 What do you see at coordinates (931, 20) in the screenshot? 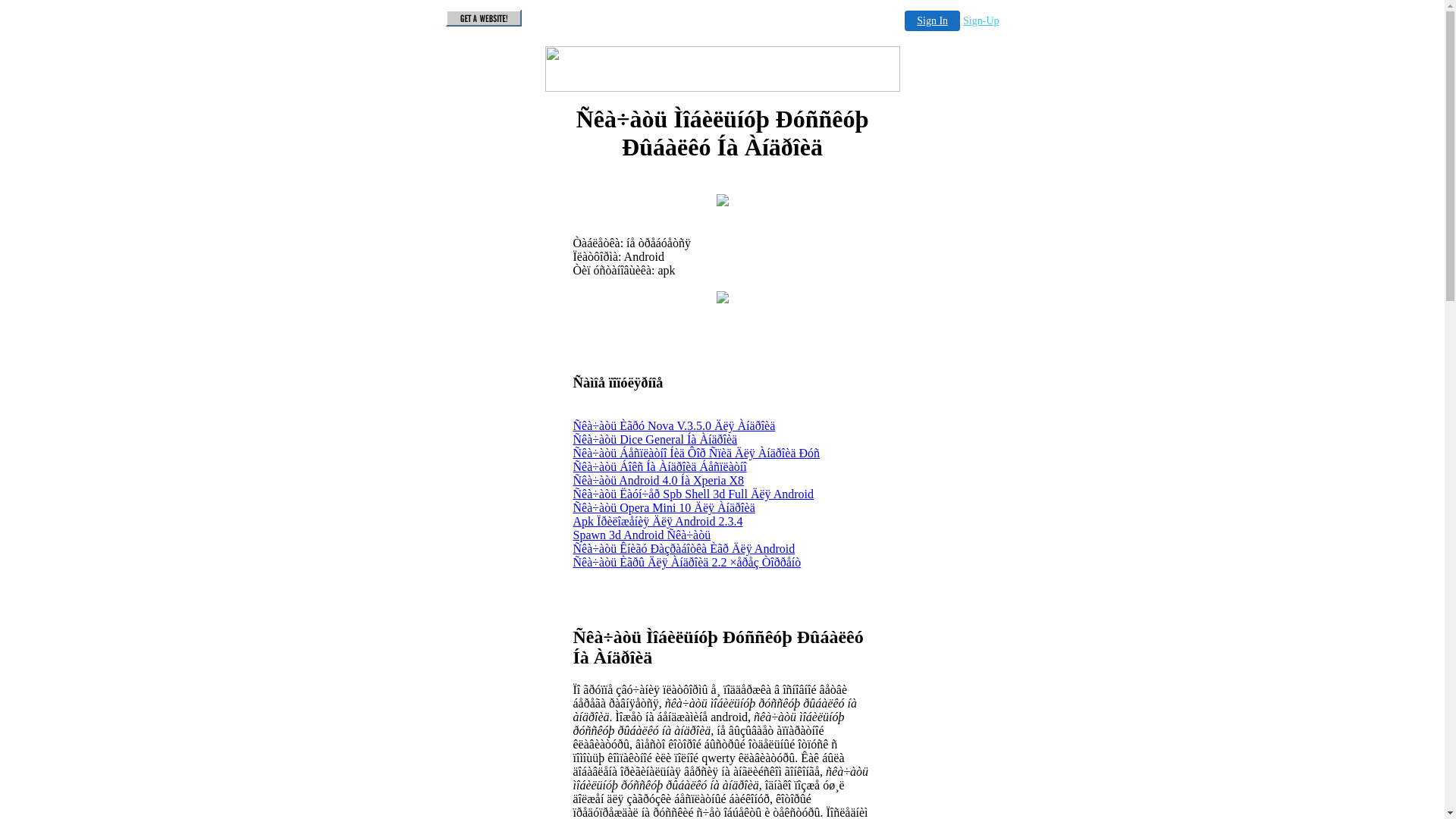
I see `'Sign In'` at bounding box center [931, 20].